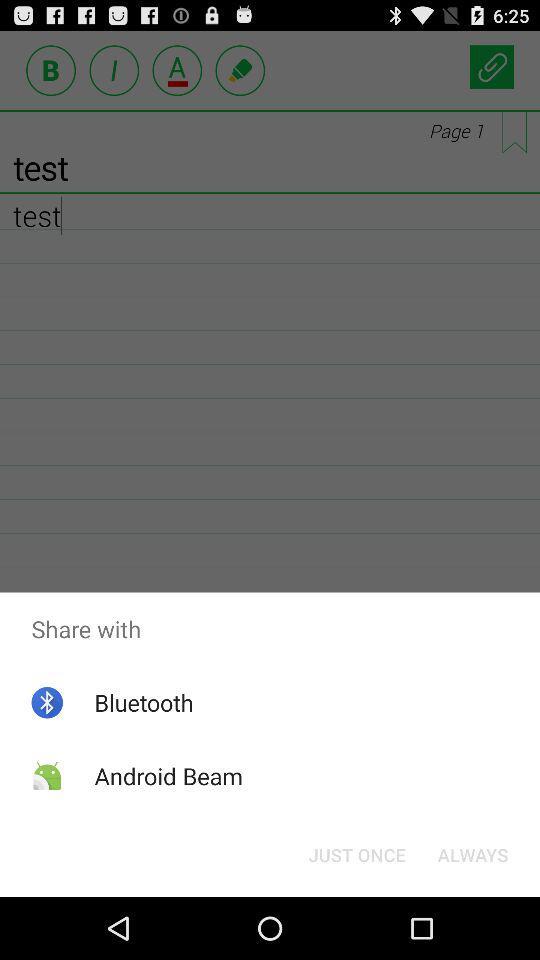 The width and height of the screenshot is (540, 960). What do you see at coordinates (143, 702) in the screenshot?
I see `the app below share with item` at bounding box center [143, 702].